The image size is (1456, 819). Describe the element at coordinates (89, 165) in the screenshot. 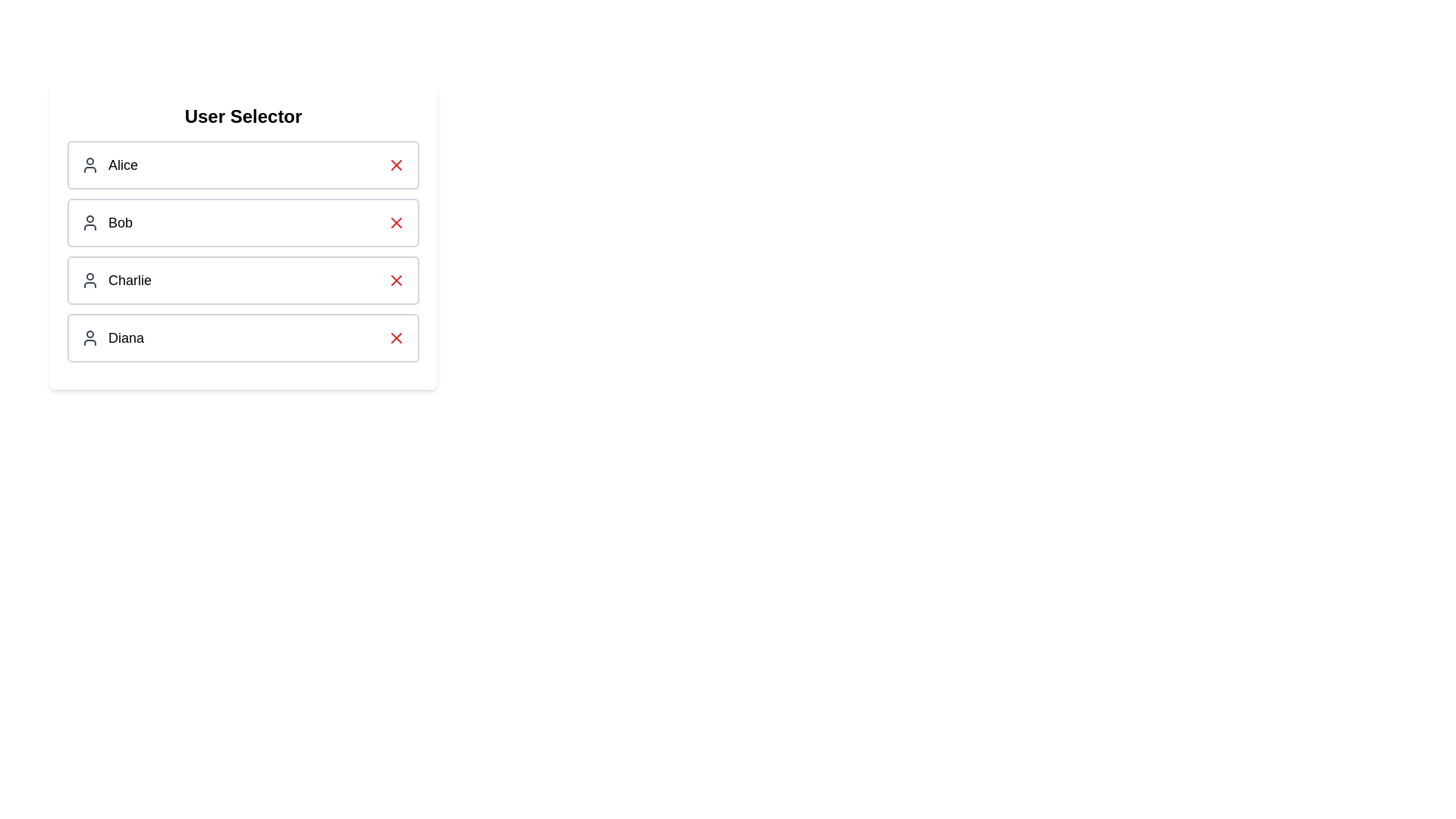

I see `the user Alice by clicking on their icon` at that location.